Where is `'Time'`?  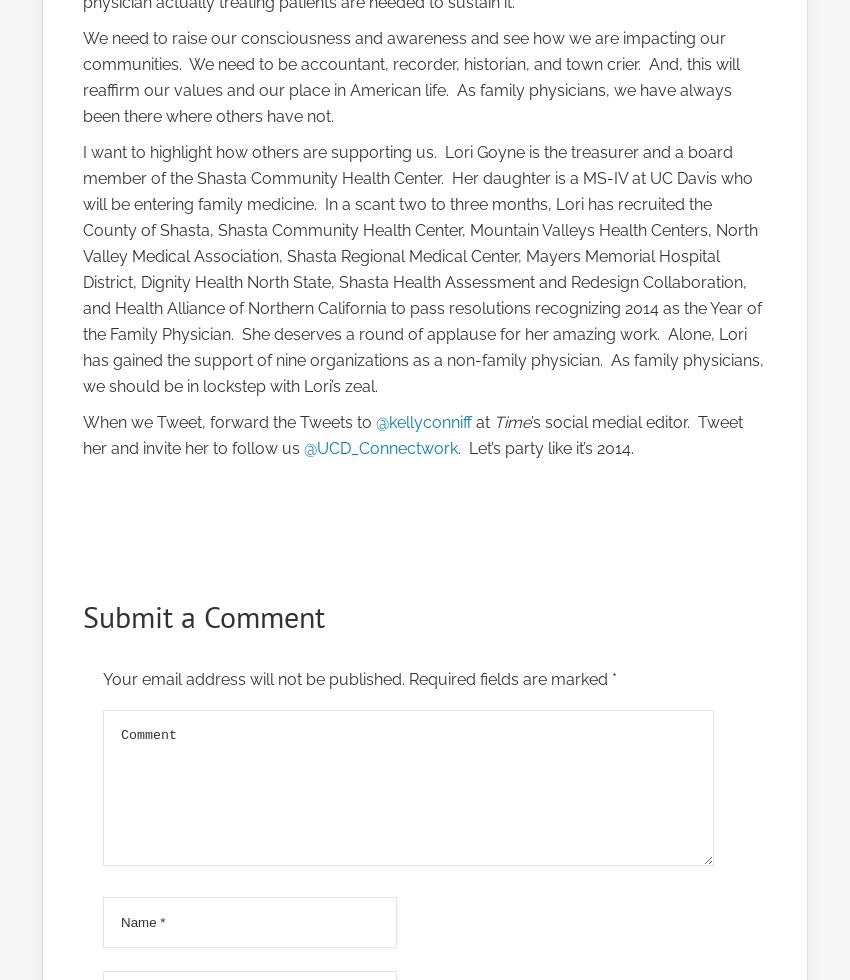 'Time' is located at coordinates (494, 422).